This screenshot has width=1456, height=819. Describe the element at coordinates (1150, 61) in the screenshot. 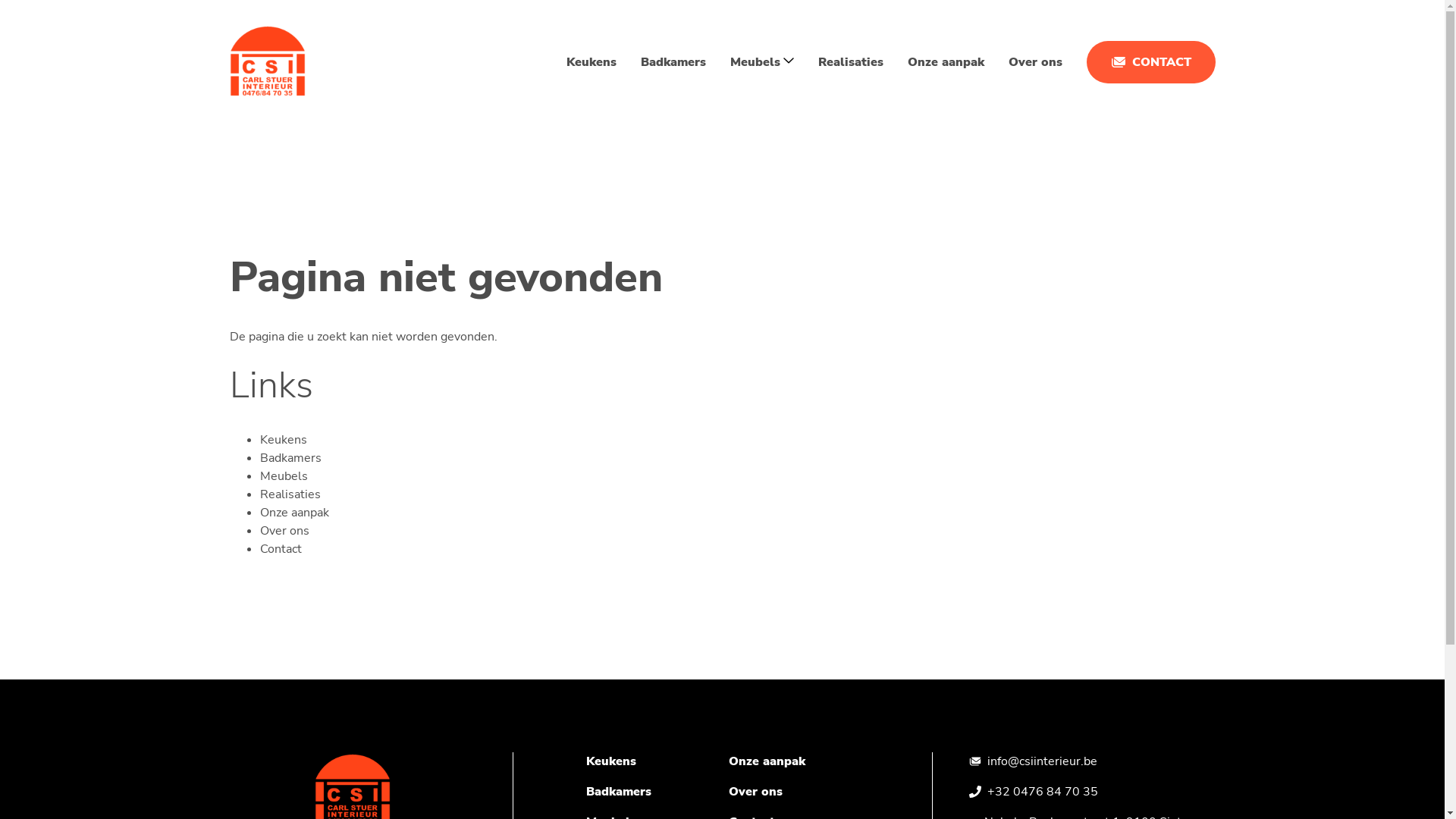

I see `'CONTACT'` at that location.